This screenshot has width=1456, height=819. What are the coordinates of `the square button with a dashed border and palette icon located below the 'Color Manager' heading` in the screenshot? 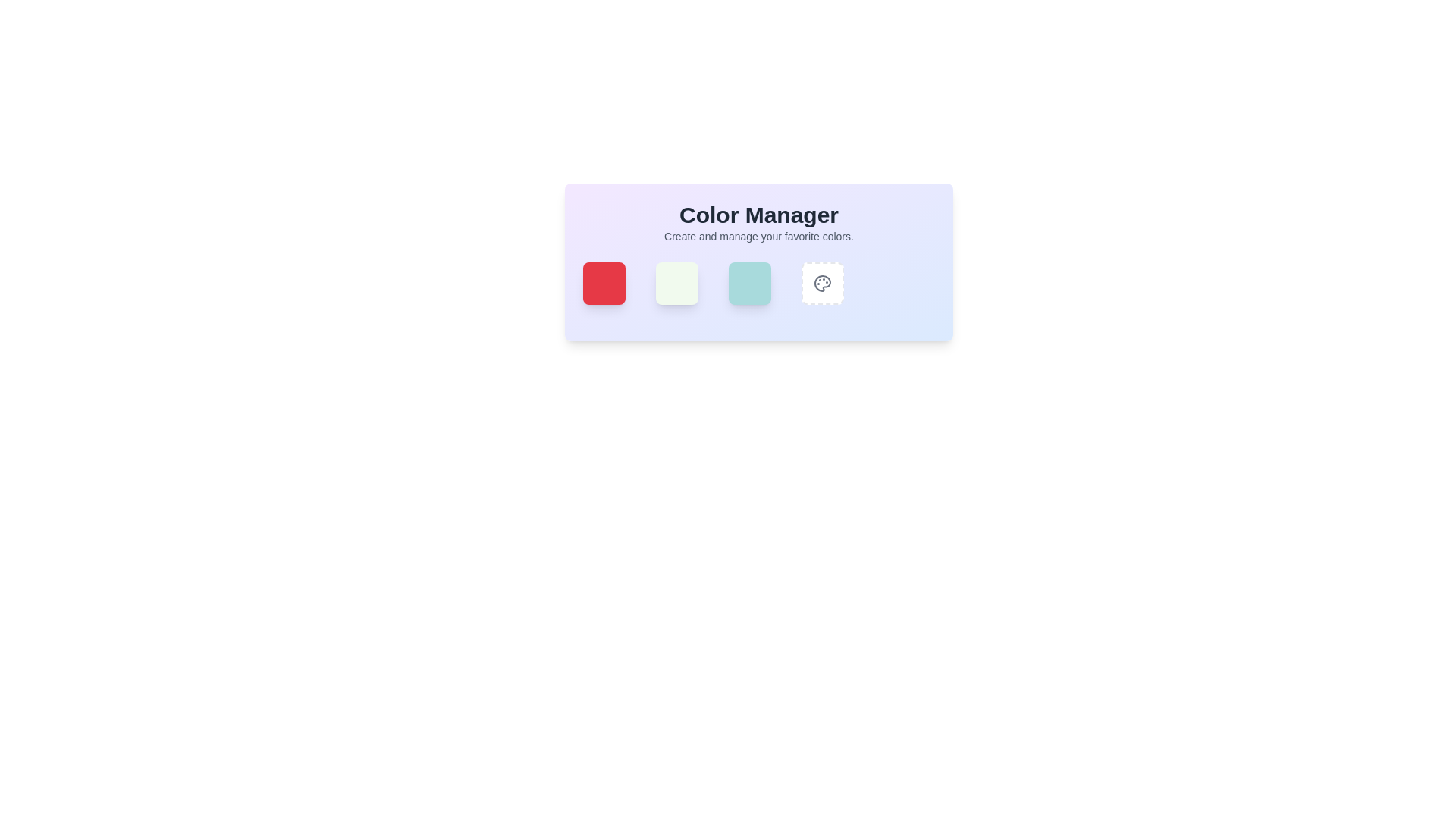 It's located at (821, 284).